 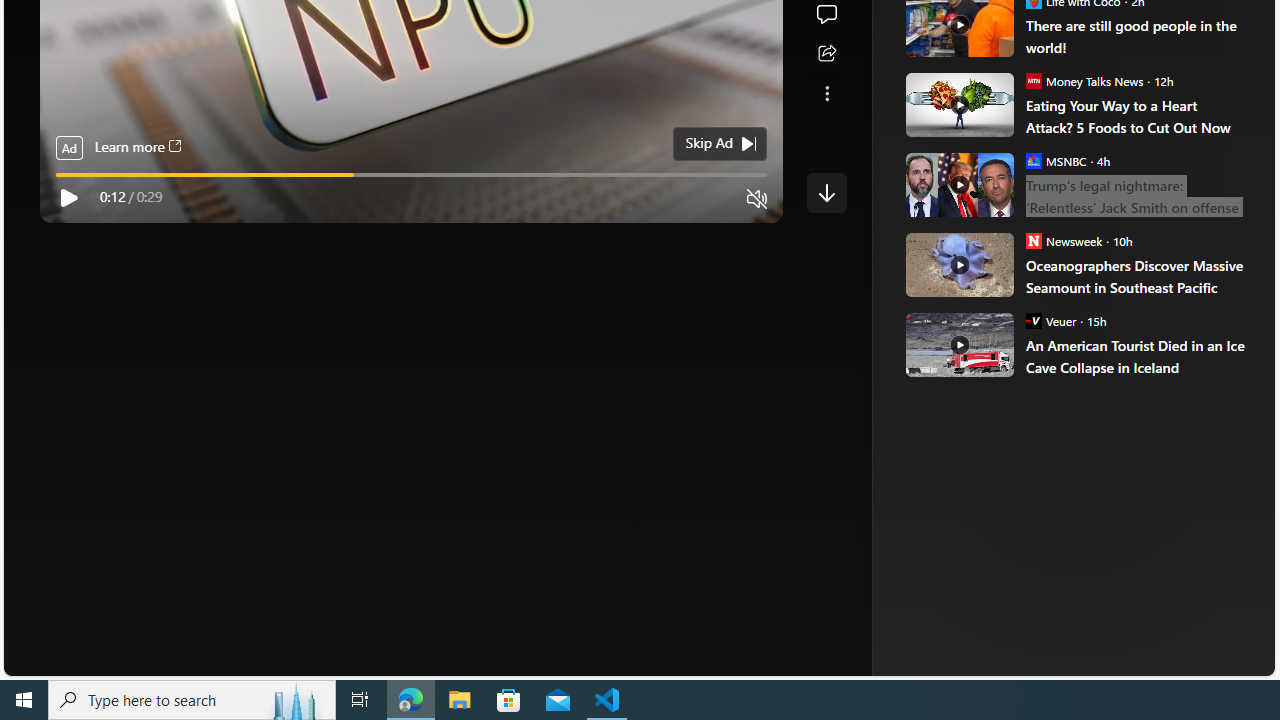 What do you see at coordinates (1033, 79) in the screenshot?
I see `'Money Talks News'` at bounding box center [1033, 79].